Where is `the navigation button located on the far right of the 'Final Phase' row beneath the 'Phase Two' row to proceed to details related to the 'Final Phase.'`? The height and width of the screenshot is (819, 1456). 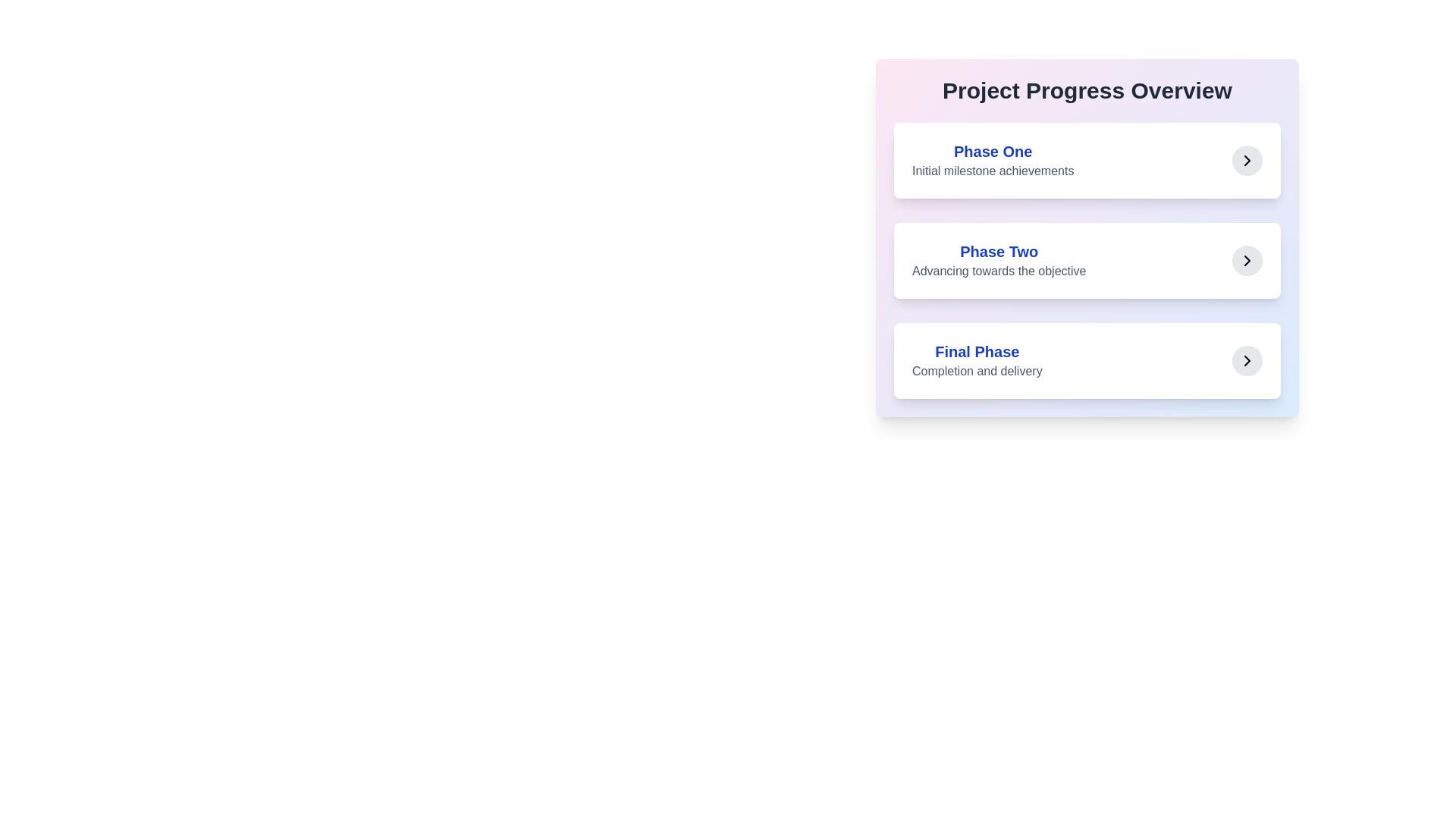 the navigation button located on the far right of the 'Final Phase' row beneath the 'Phase Two' row to proceed to details related to the 'Final Phase.' is located at coordinates (1247, 360).